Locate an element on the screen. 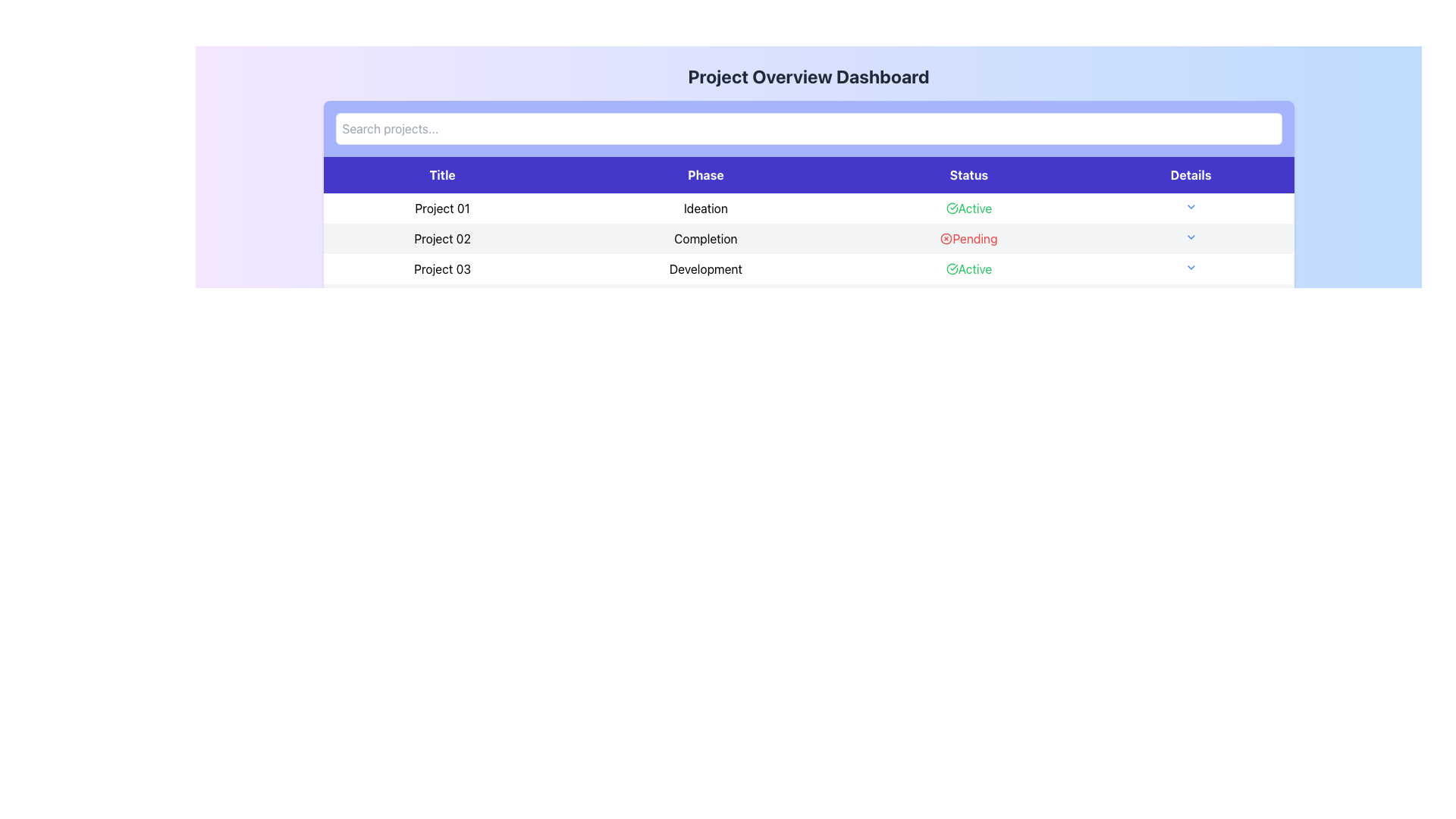 The image size is (1456, 819). the right-facing blue arrow icon in the 'Details' column of the table row for 'Project 02' is located at coordinates (1190, 239).